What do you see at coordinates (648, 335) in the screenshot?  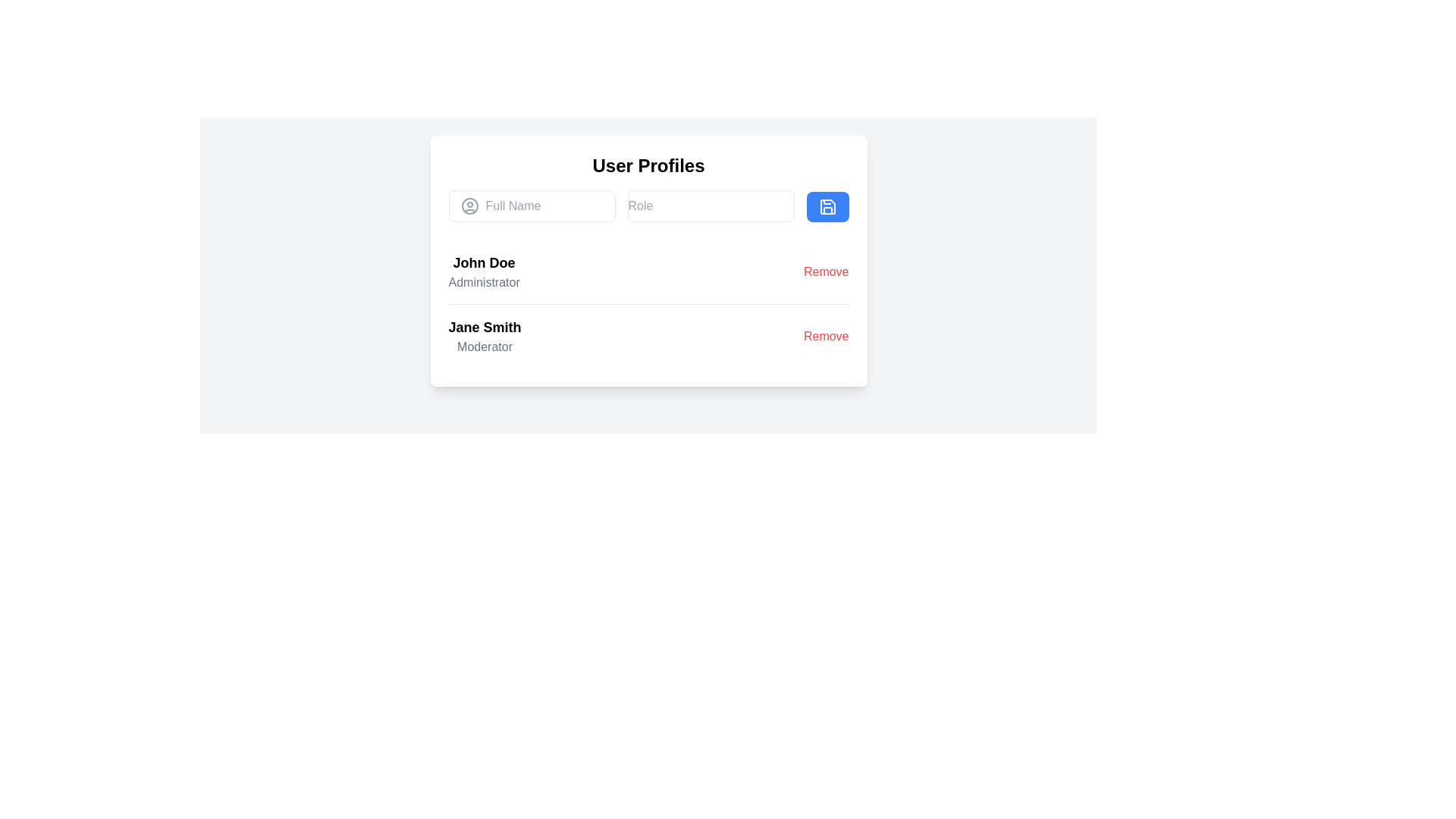 I see `the user profile entry displaying the user's name and role` at bounding box center [648, 335].